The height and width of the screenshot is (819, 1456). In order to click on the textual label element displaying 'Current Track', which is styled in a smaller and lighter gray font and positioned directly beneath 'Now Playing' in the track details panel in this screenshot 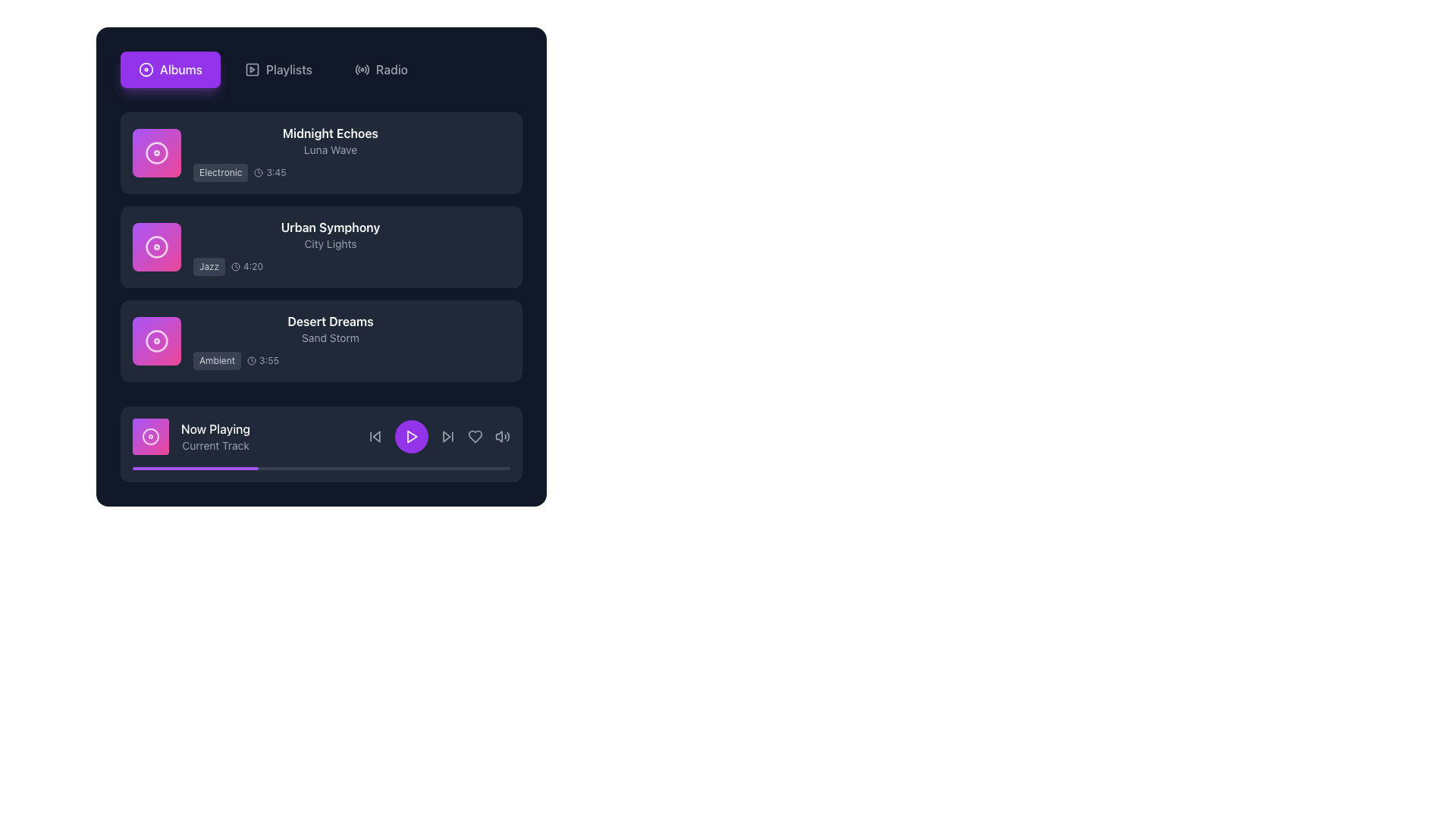, I will do `click(215, 444)`.